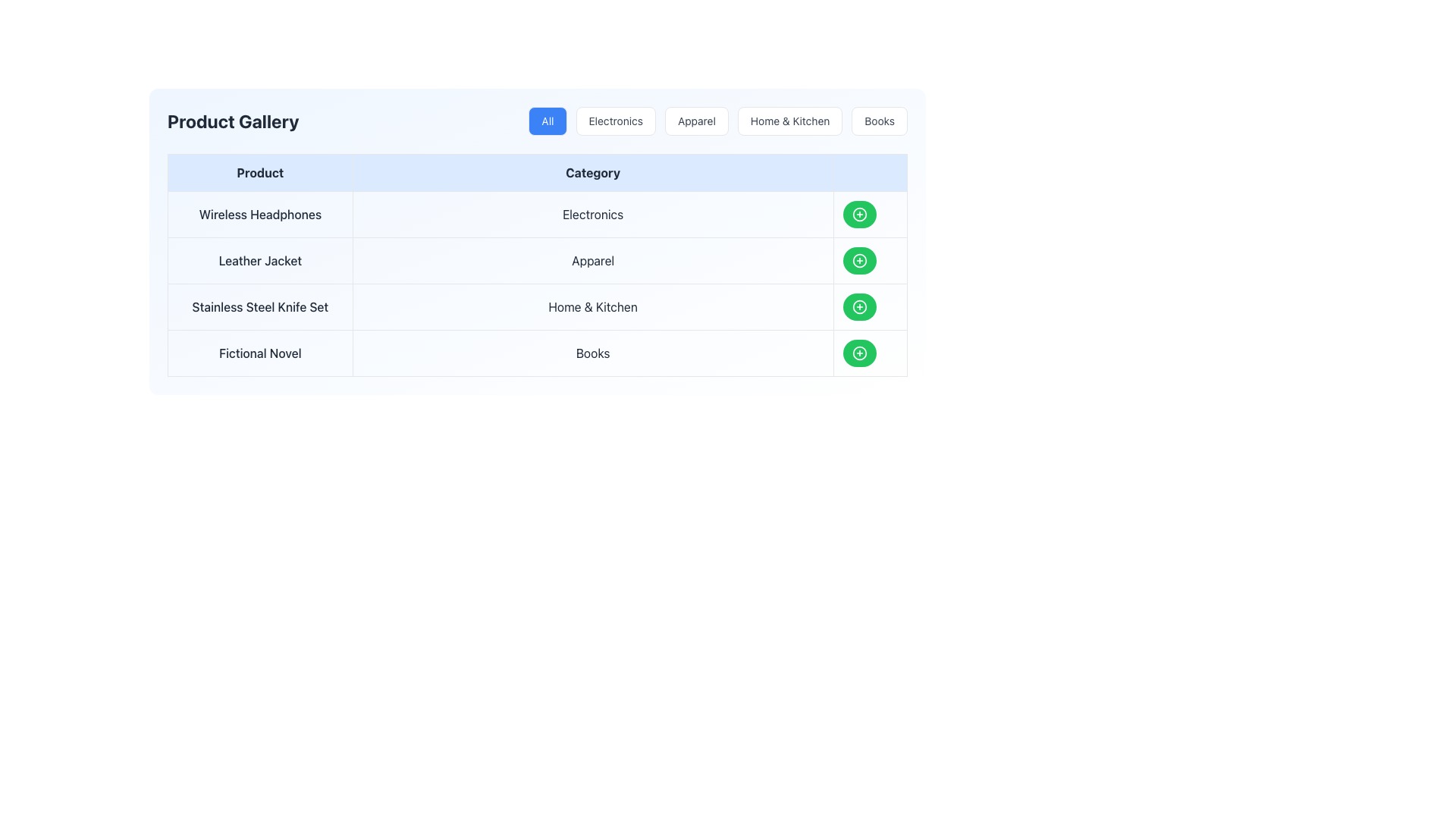 This screenshot has width=1456, height=819. I want to click on the green circular button with a white plus symbol located in the fourth row under the 'Action' column for the 'Fictional Novel' product, so click(870, 353).